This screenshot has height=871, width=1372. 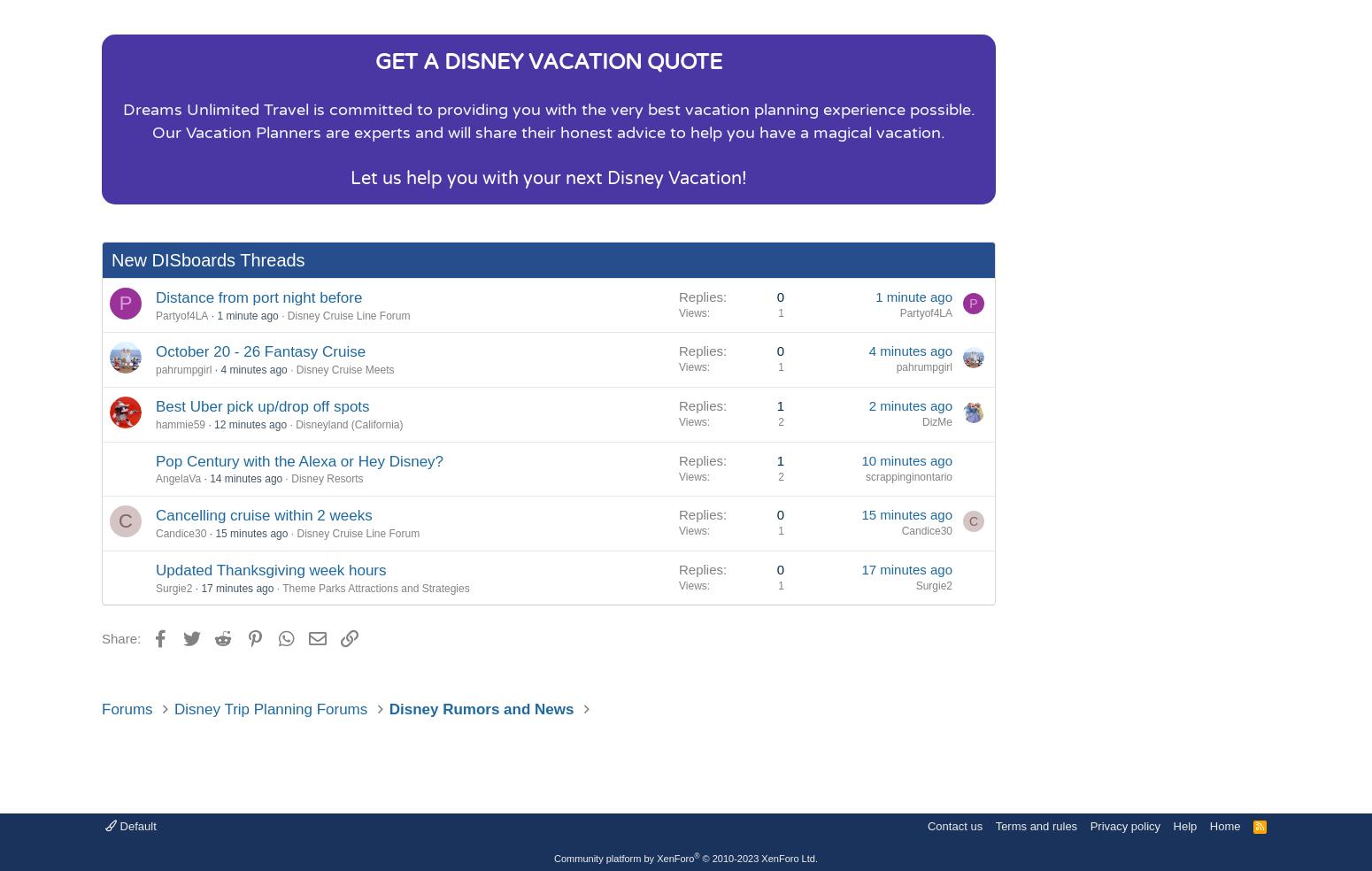 What do you see at coordinates (154, 351) in the screenshot?
I see `'October 20 - 26 Fantasy Cruise'` at bounding box center [154, 351].